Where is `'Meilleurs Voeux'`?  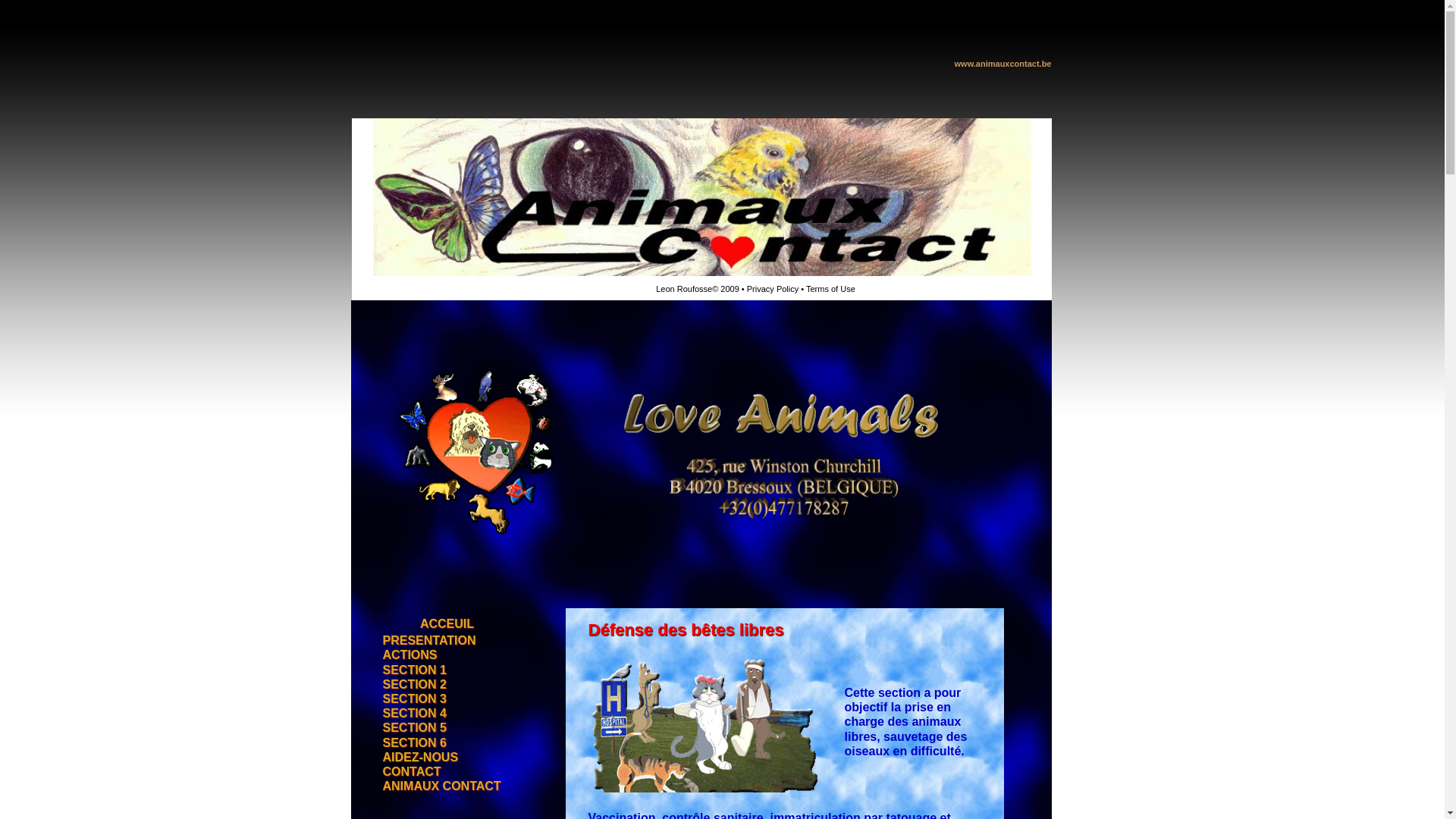
'Meilleurs Voeux' is located at coordinates (372, 593).